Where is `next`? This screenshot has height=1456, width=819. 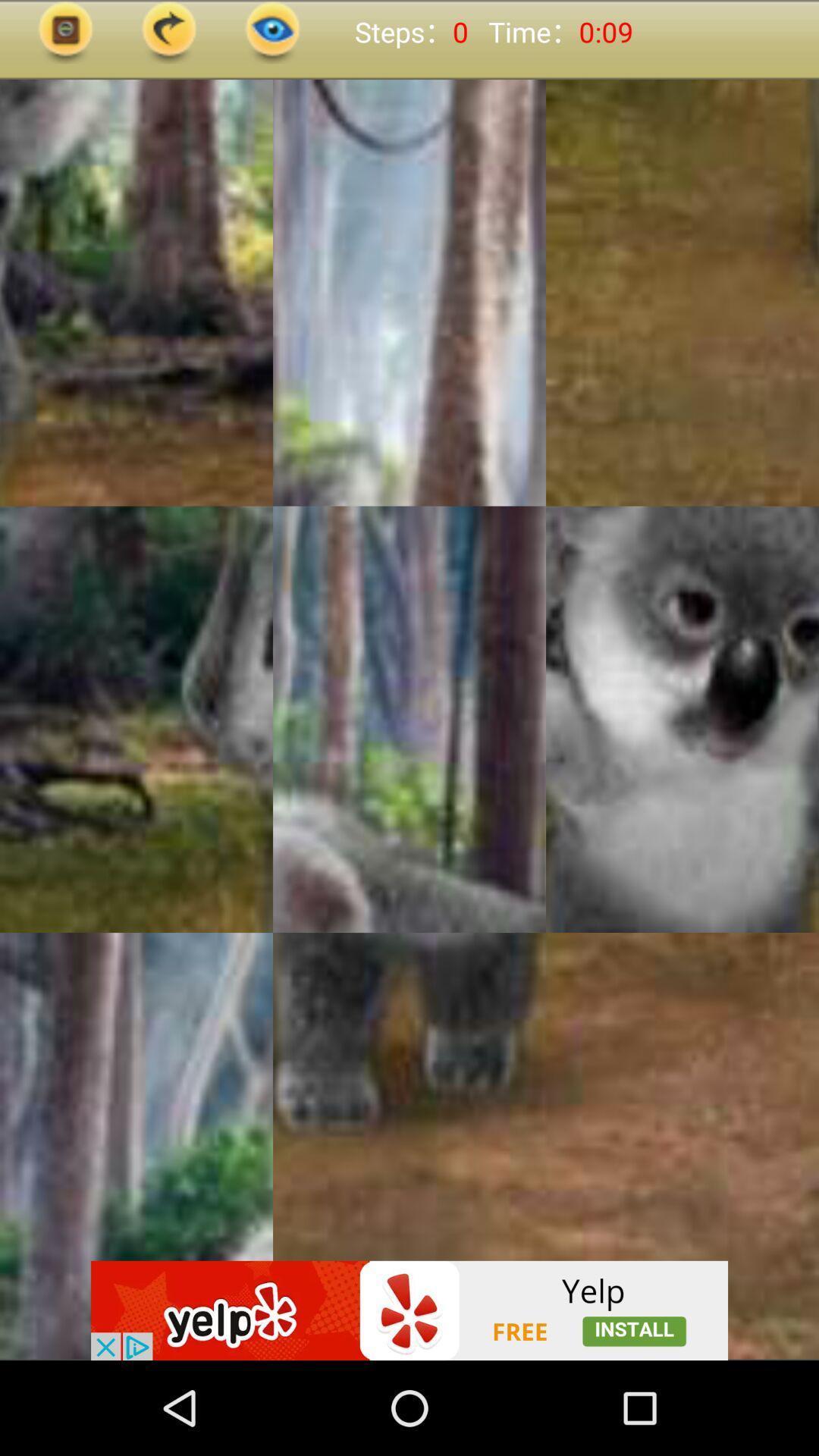 next is located at coordinates (169, 32).